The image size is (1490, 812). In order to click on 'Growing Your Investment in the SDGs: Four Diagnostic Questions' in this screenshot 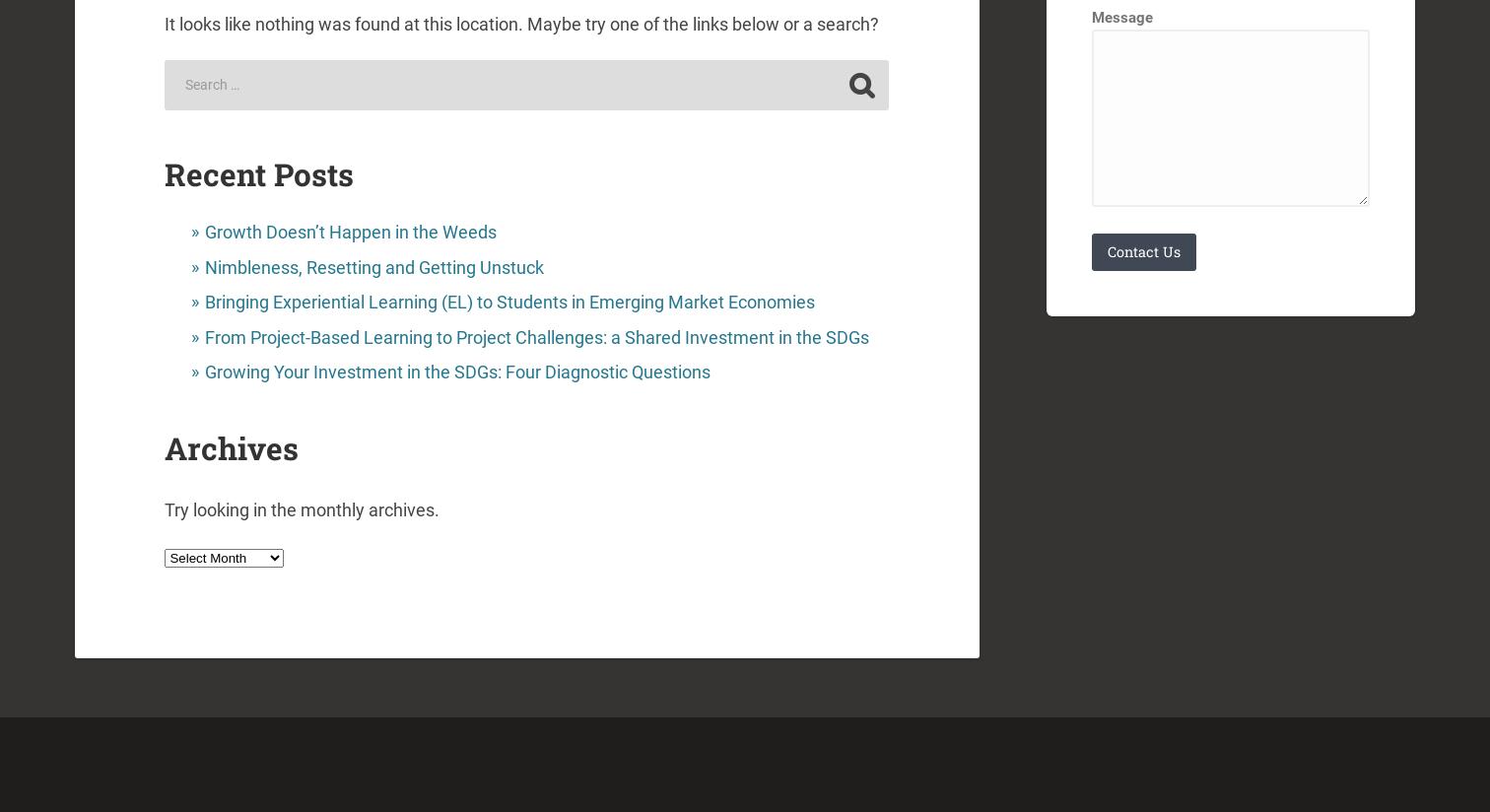, I will do `click(457, 370)`.